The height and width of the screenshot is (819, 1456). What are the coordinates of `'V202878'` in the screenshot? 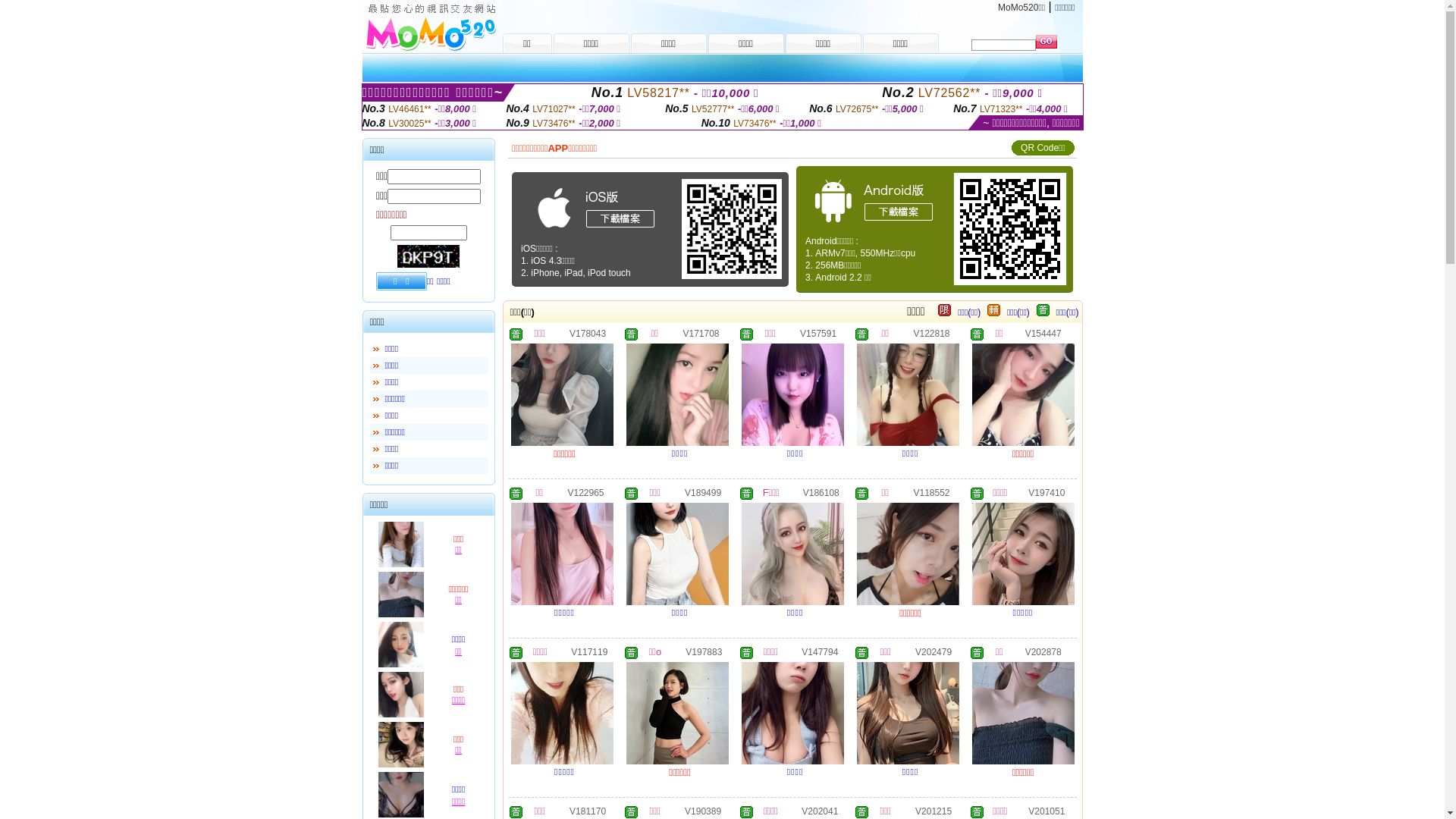 It's located at (1043, 651).